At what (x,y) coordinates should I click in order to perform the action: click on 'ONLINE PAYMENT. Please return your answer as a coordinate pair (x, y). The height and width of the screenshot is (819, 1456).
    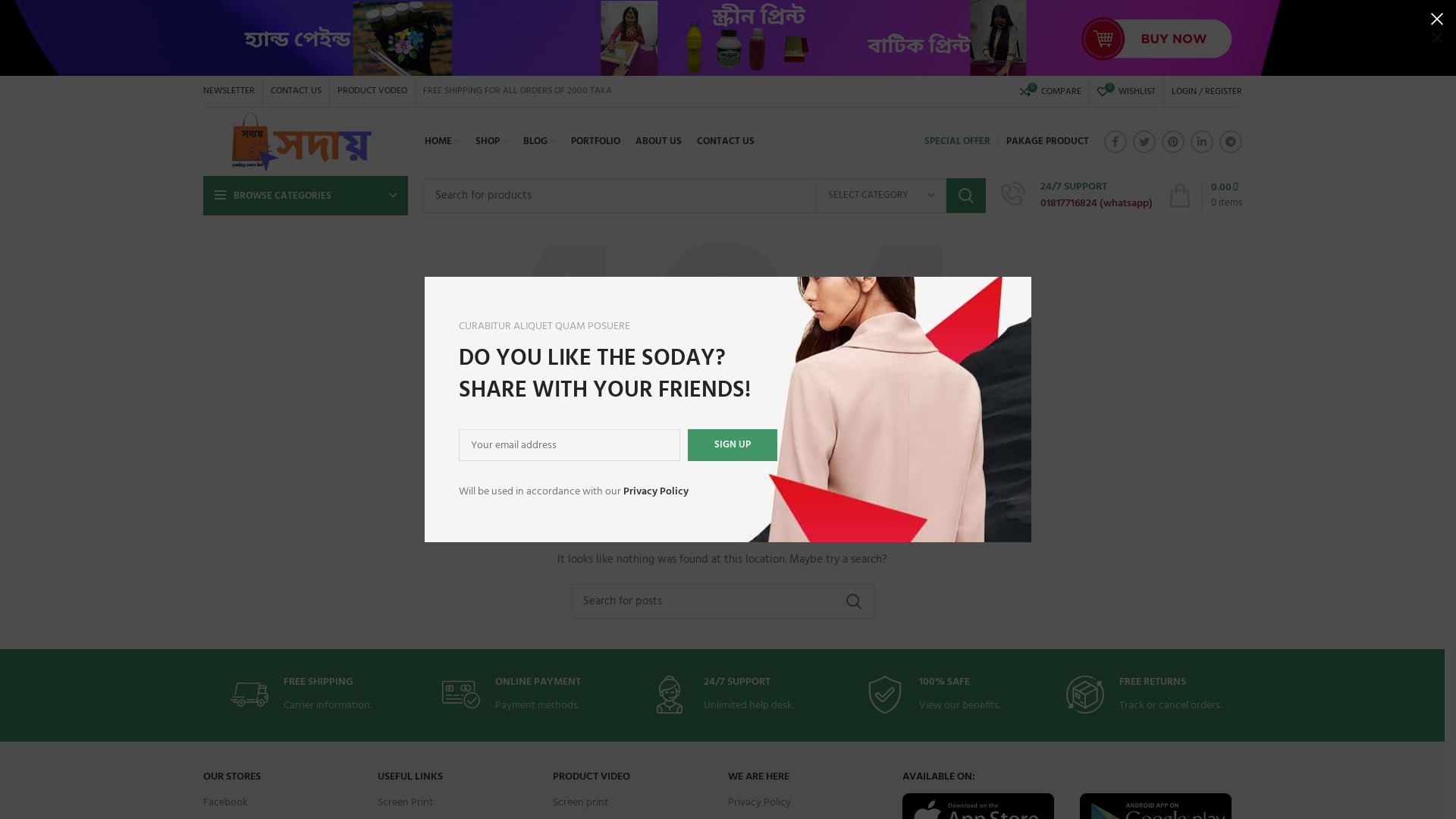
    Looking at the image, I should click on (511, 695).